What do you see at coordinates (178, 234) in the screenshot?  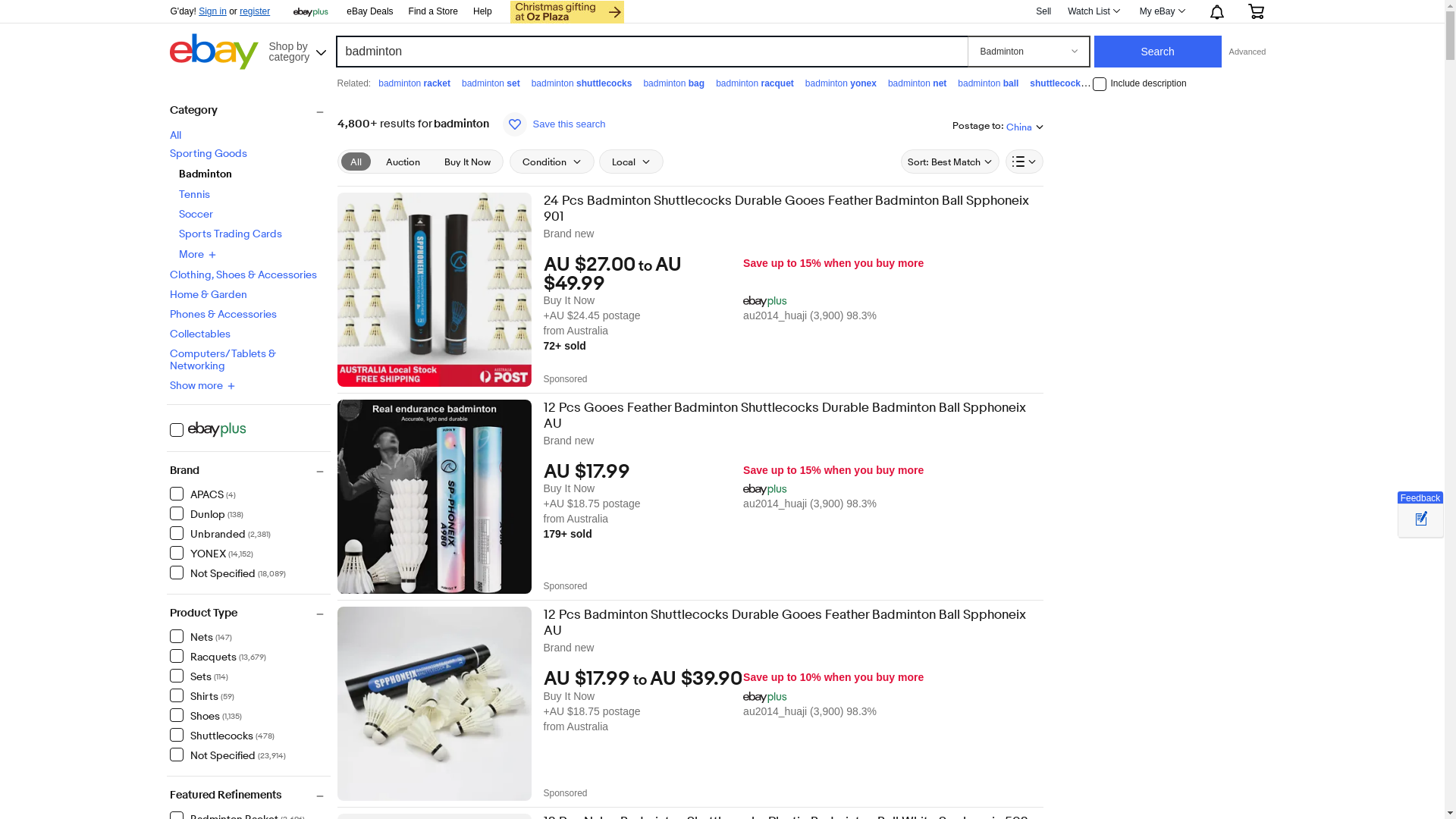 I see `'Sports Trading Cards'` at bounding box center [178, 234].